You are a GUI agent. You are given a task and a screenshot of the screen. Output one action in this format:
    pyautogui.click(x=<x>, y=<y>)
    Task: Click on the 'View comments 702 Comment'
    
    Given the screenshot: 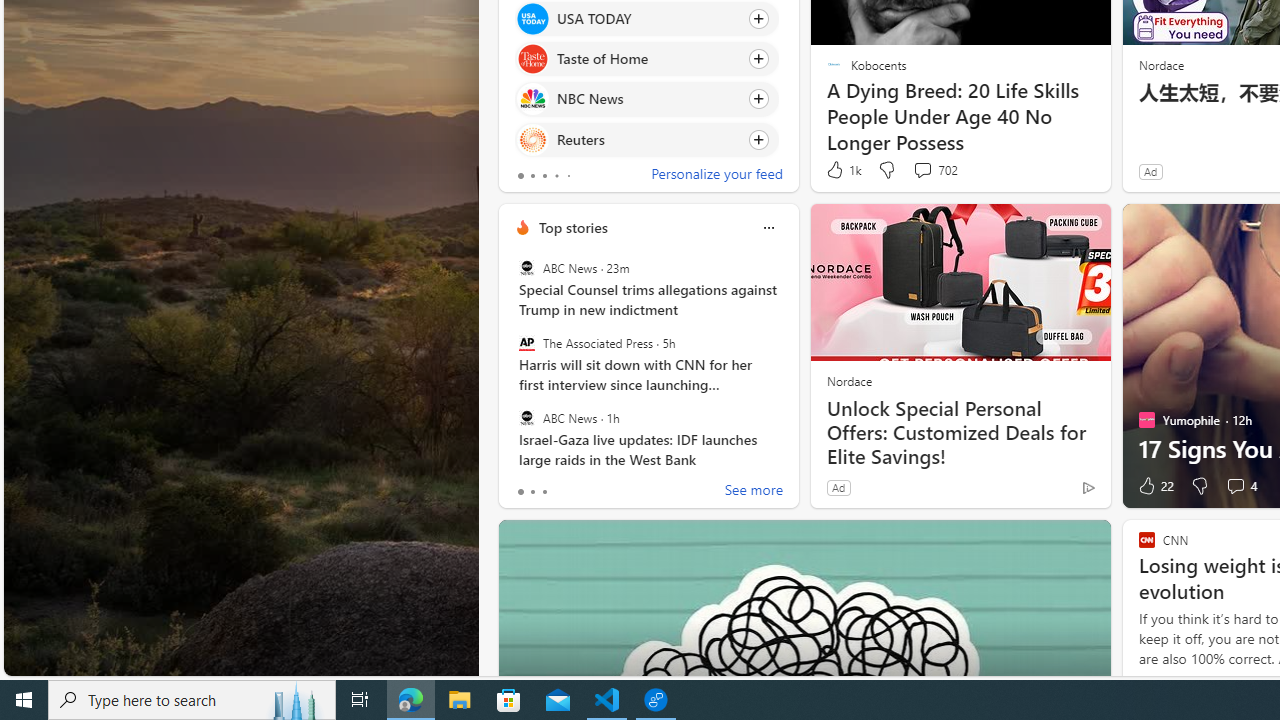 What is the action you would take?
    pyautogui.click(x=921, y=168)
    